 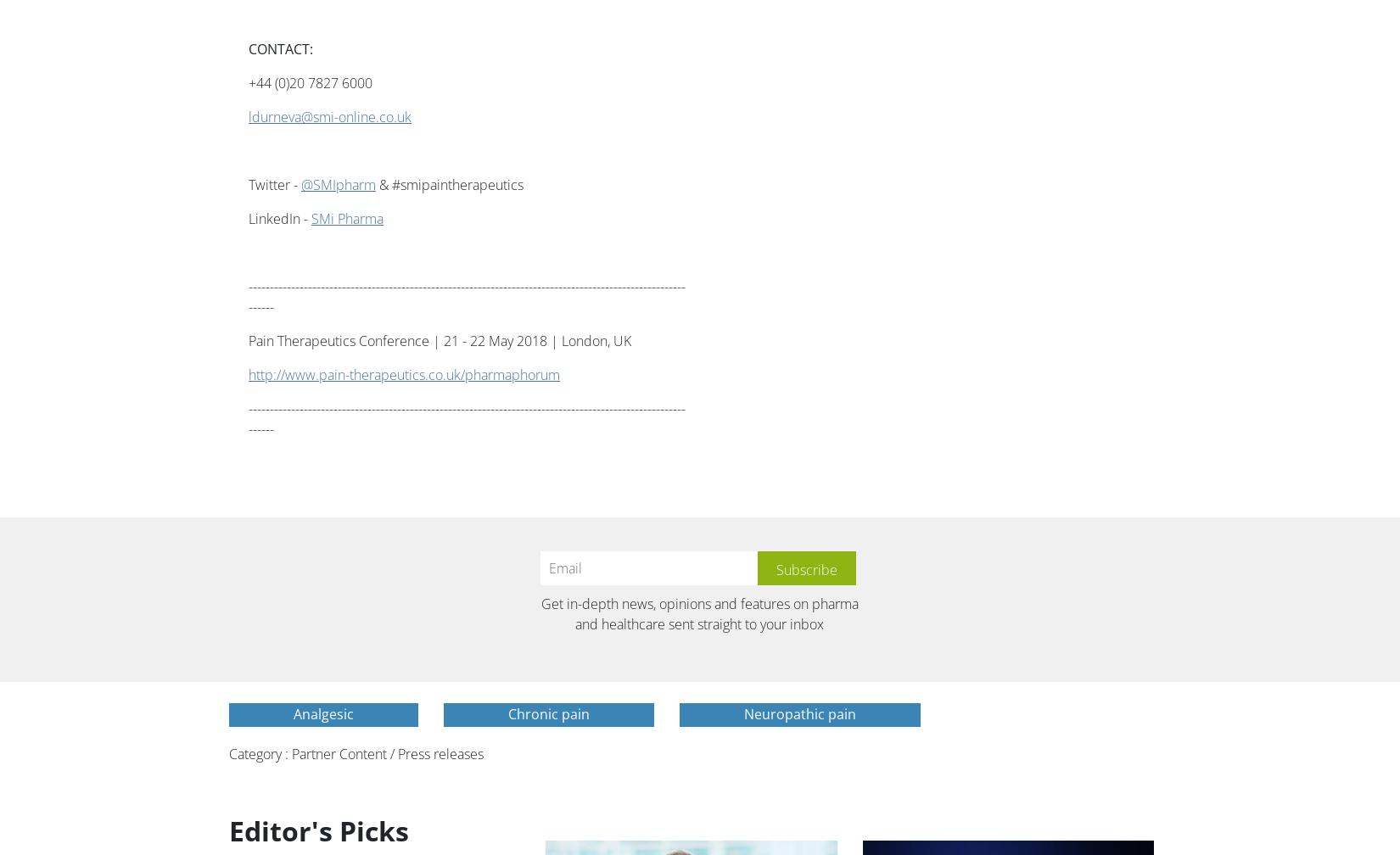 I want to click on 'Twitter -', so click(x=249, y=185).